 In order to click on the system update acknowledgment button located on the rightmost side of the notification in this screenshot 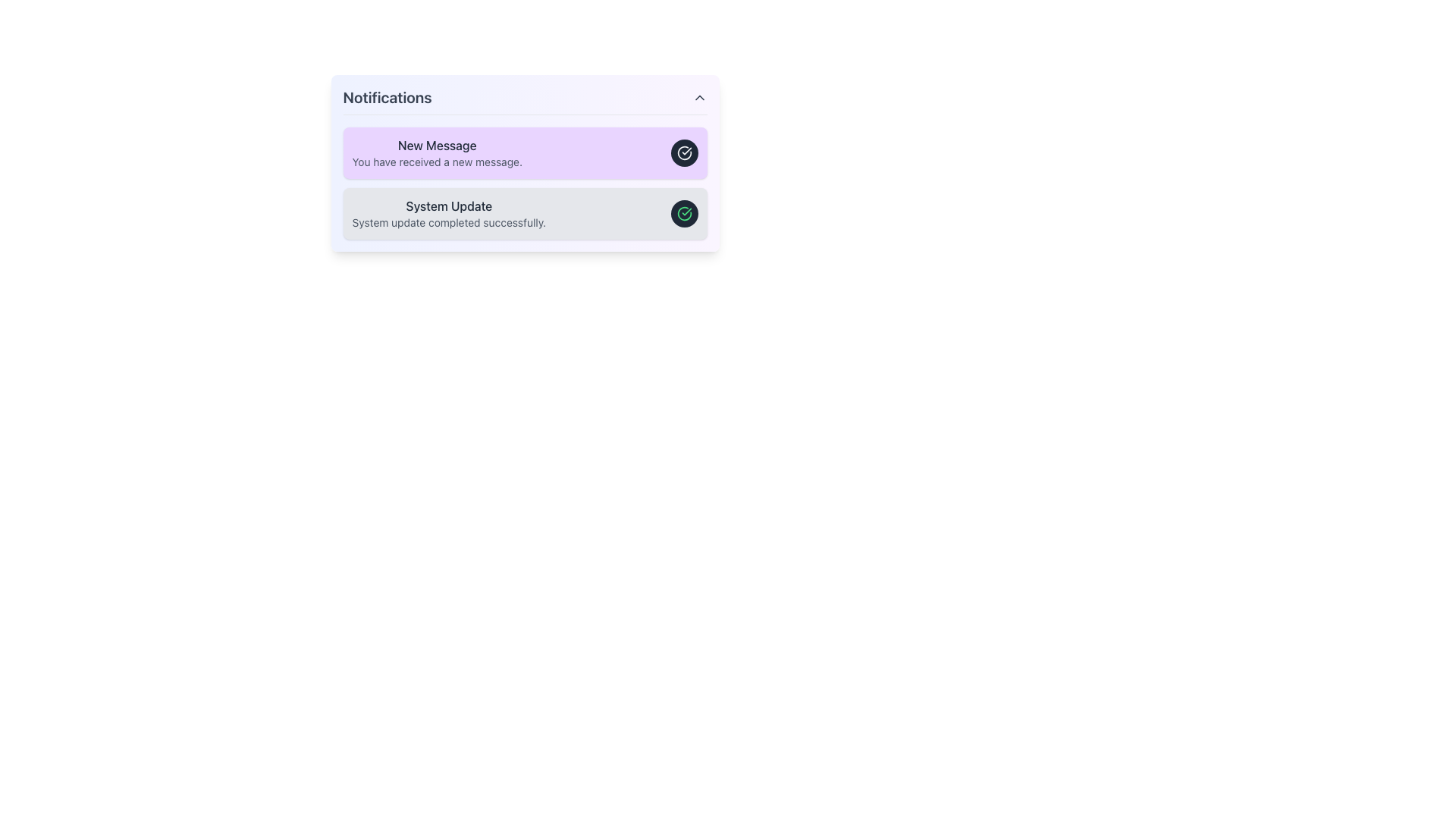, I will do `click(683, 213)`.